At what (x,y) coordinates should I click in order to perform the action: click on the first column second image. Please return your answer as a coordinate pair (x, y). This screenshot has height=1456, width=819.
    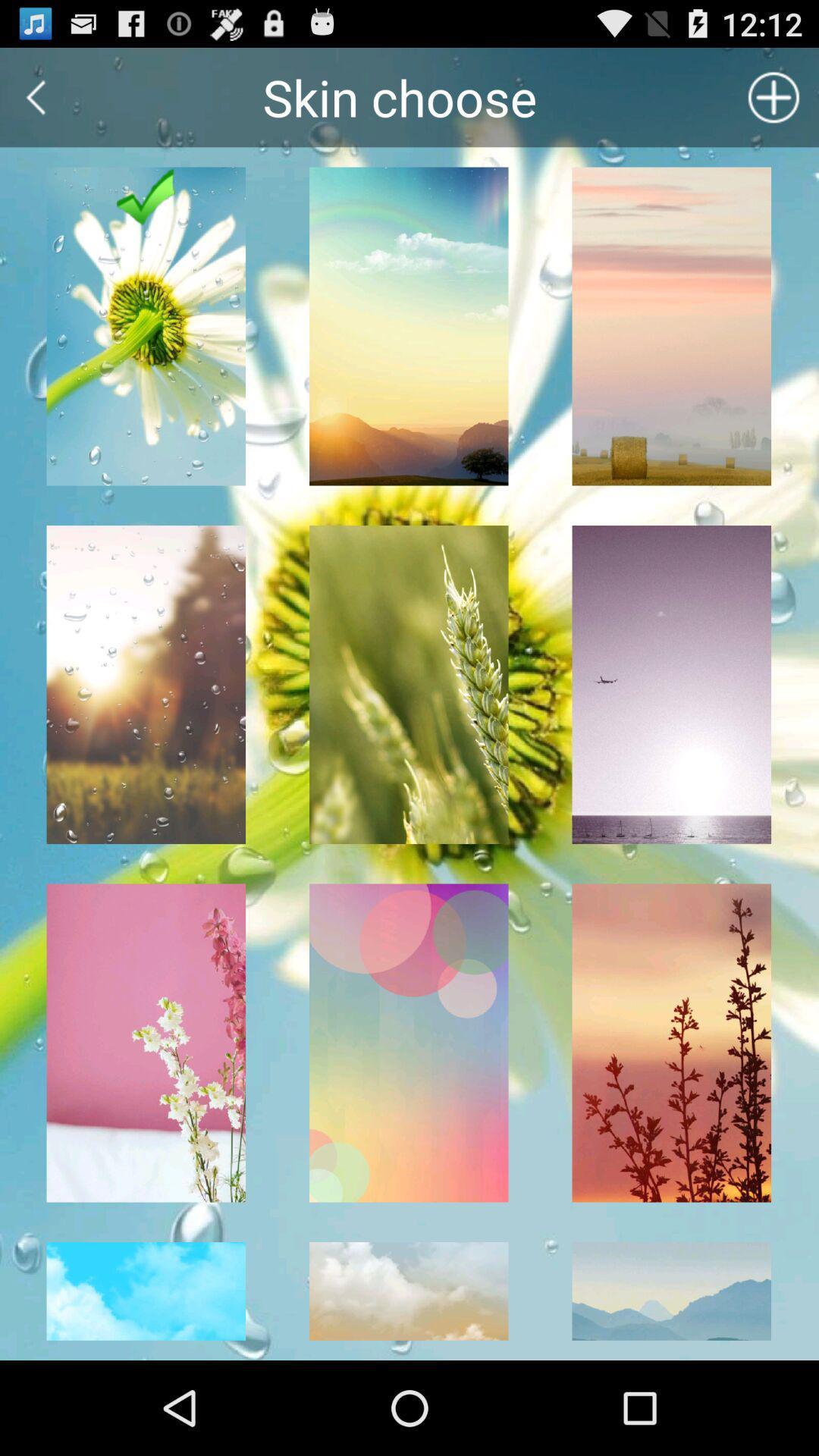
    Looking at the image, I should click on (146, 683).